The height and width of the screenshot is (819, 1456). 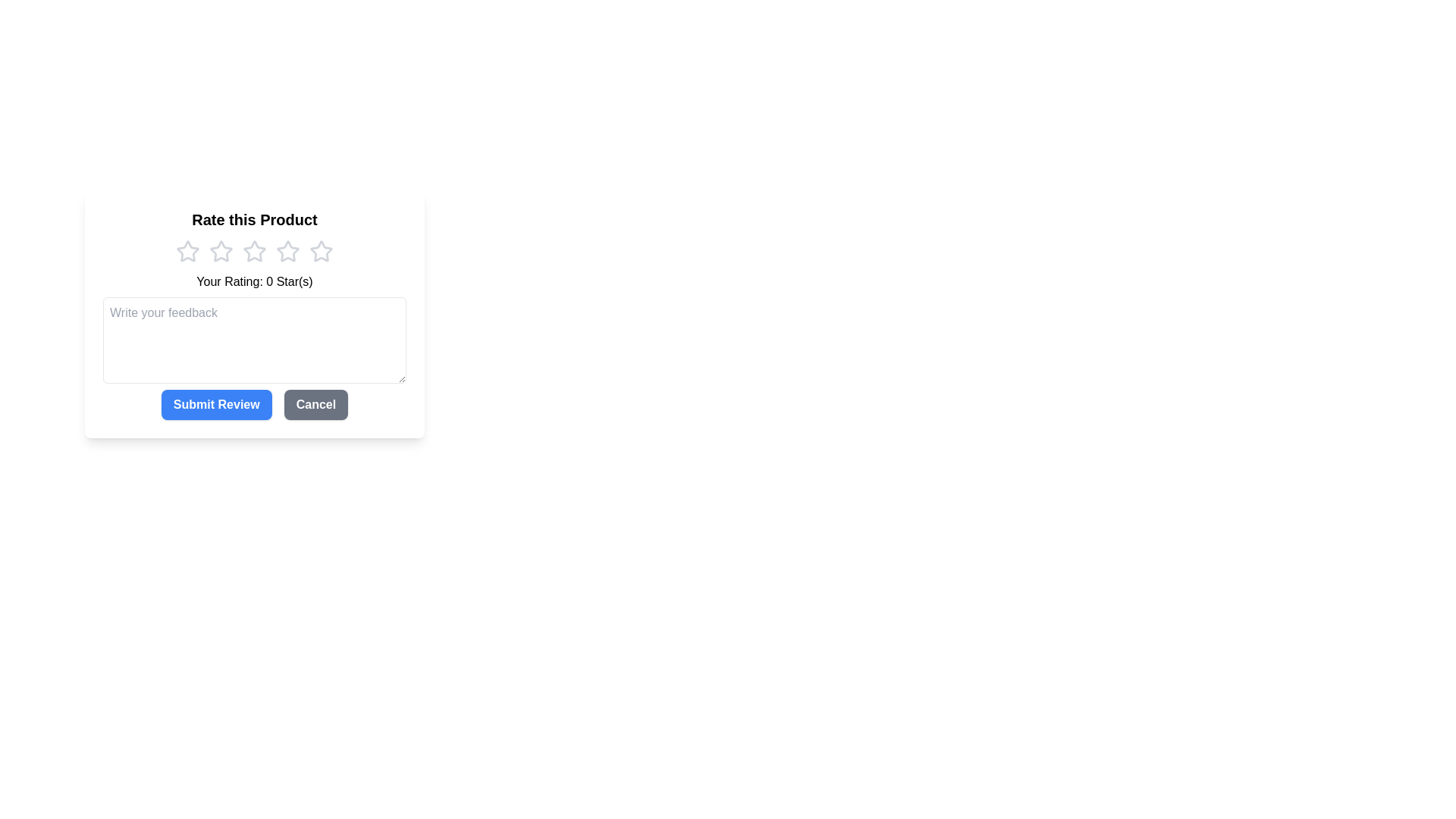 I want to click on the first gray star icon in the rating and review section, so click(x=187, y=250).